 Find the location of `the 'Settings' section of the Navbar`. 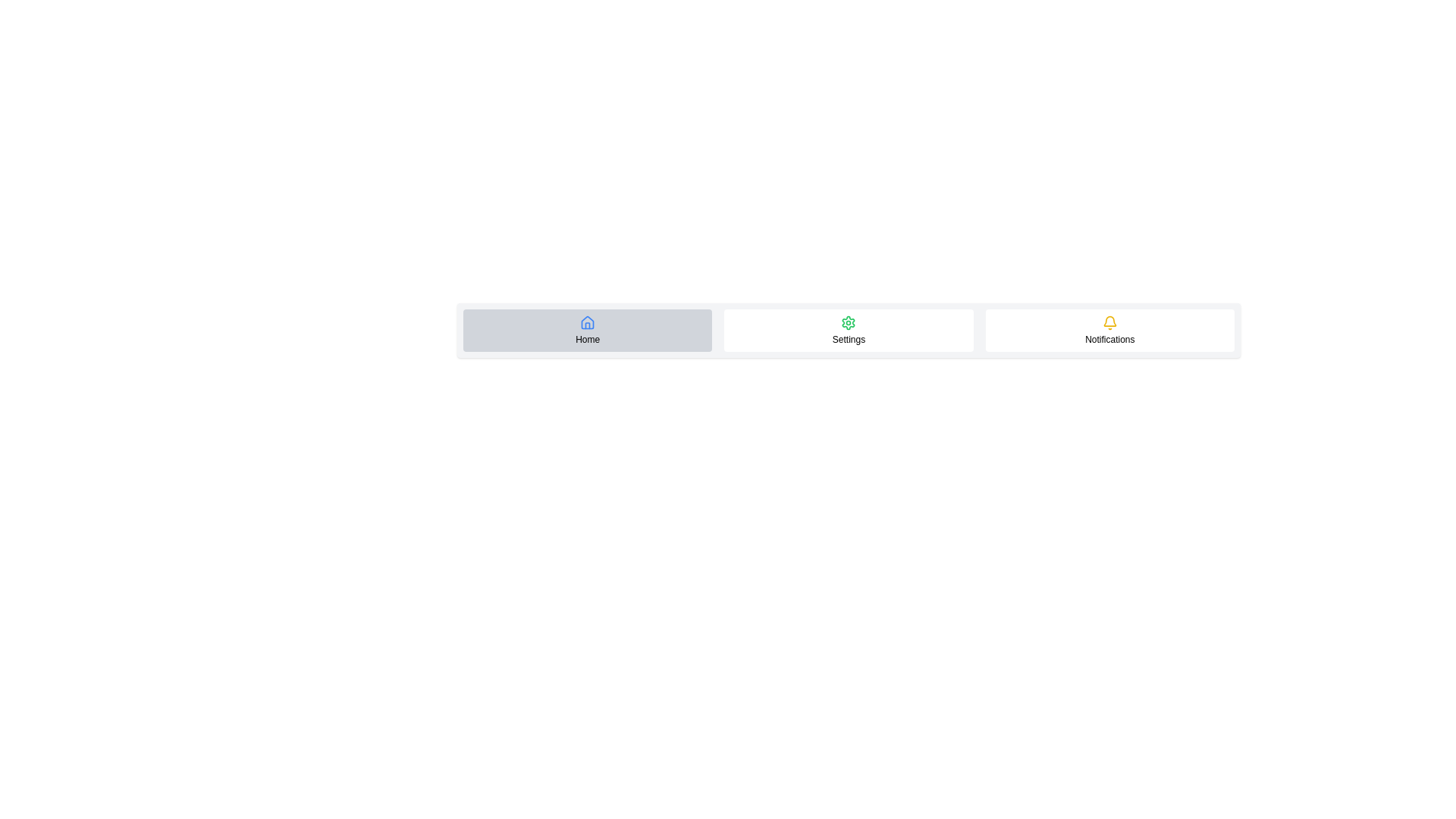

the 'Settings' section of the Navbar is located at coordinates (848, 329).